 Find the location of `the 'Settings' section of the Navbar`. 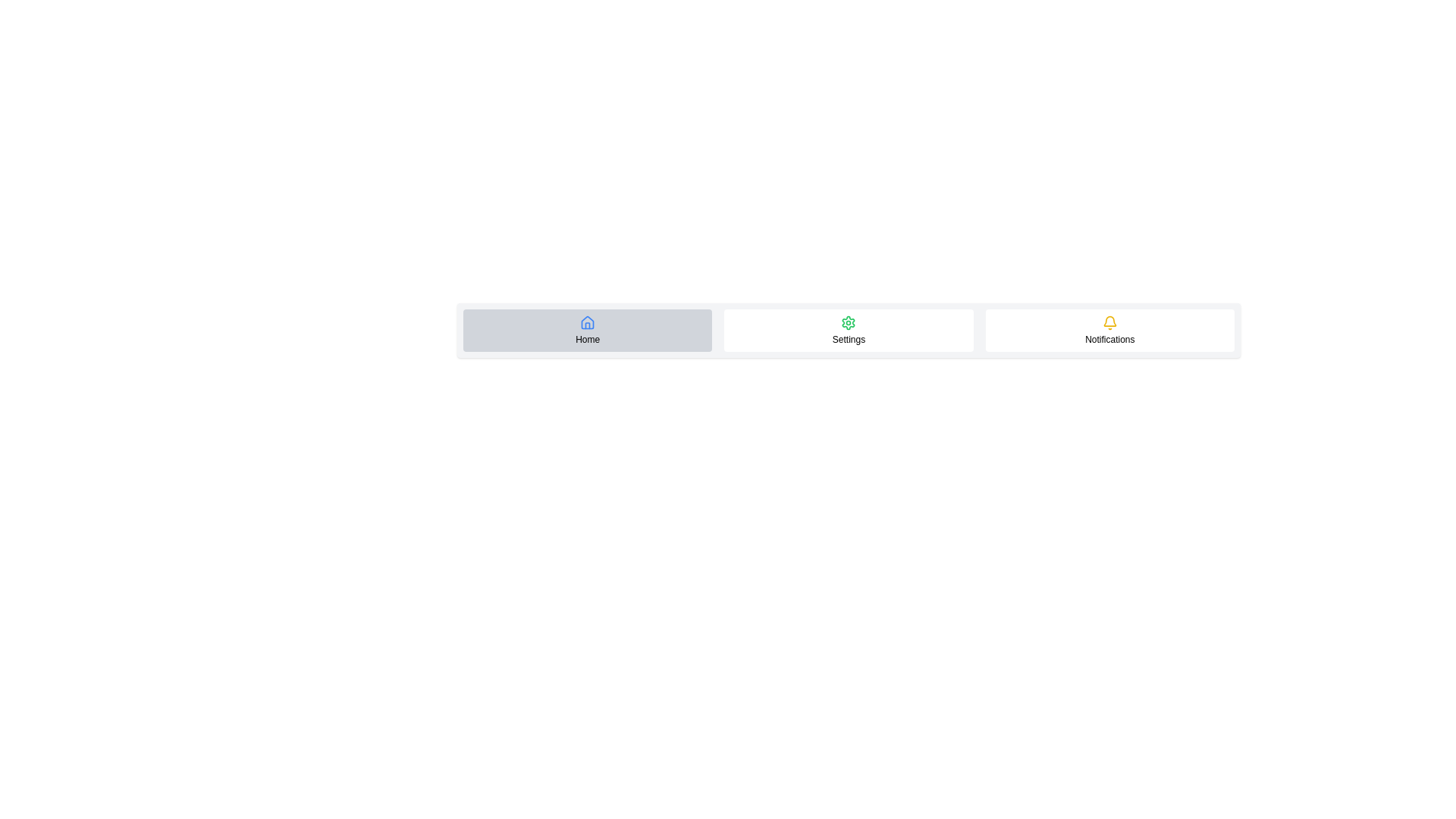

the 'Settings' section of the Navbar is located at coordinates (848, 329).